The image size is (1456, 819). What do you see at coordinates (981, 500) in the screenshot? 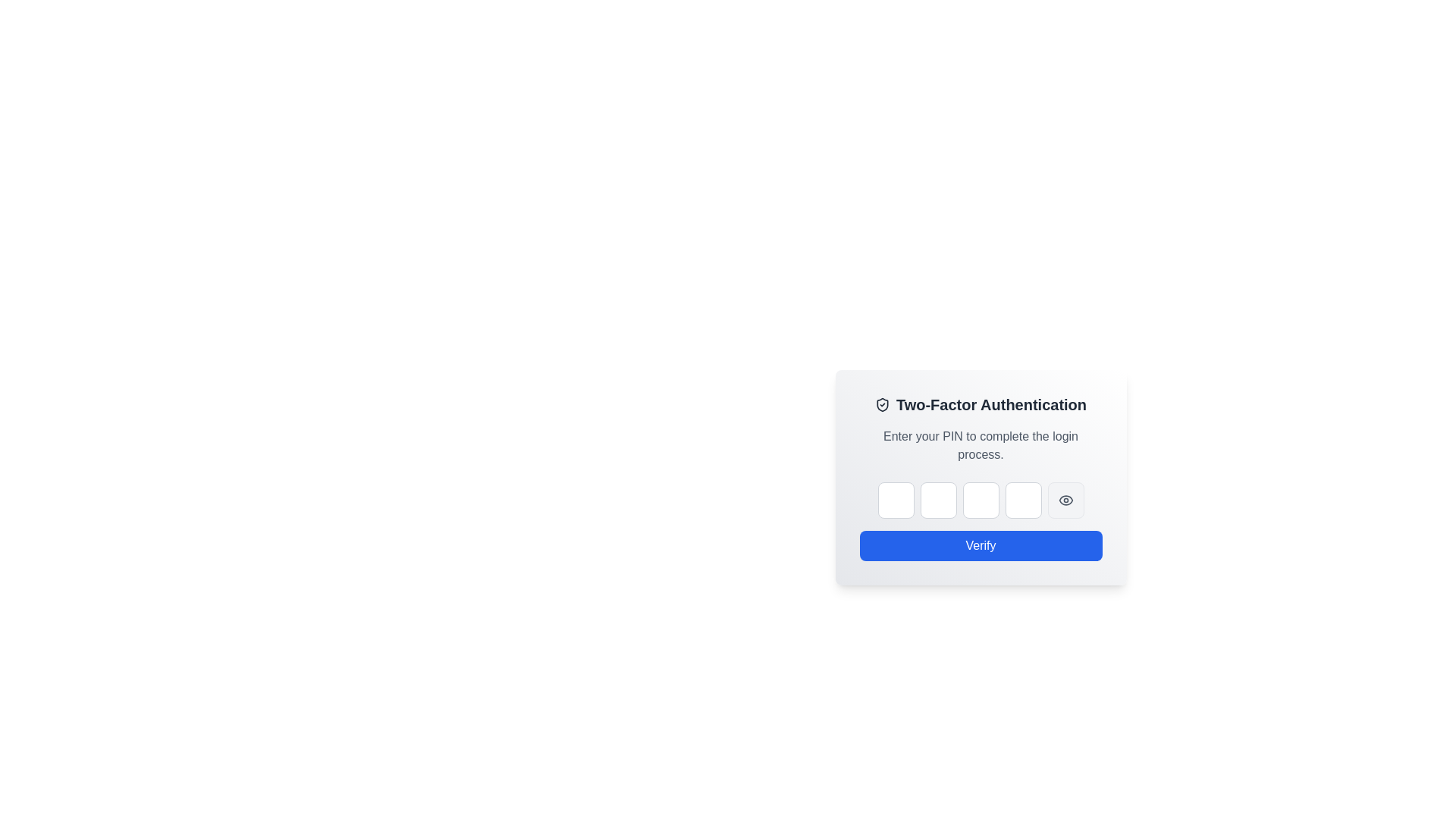
I see `the Password input field, which is the third input field in a group of five, styled with a rounded border and gray background, located at the center of the two-factor authentication panel` at bounding box center [981, 500].